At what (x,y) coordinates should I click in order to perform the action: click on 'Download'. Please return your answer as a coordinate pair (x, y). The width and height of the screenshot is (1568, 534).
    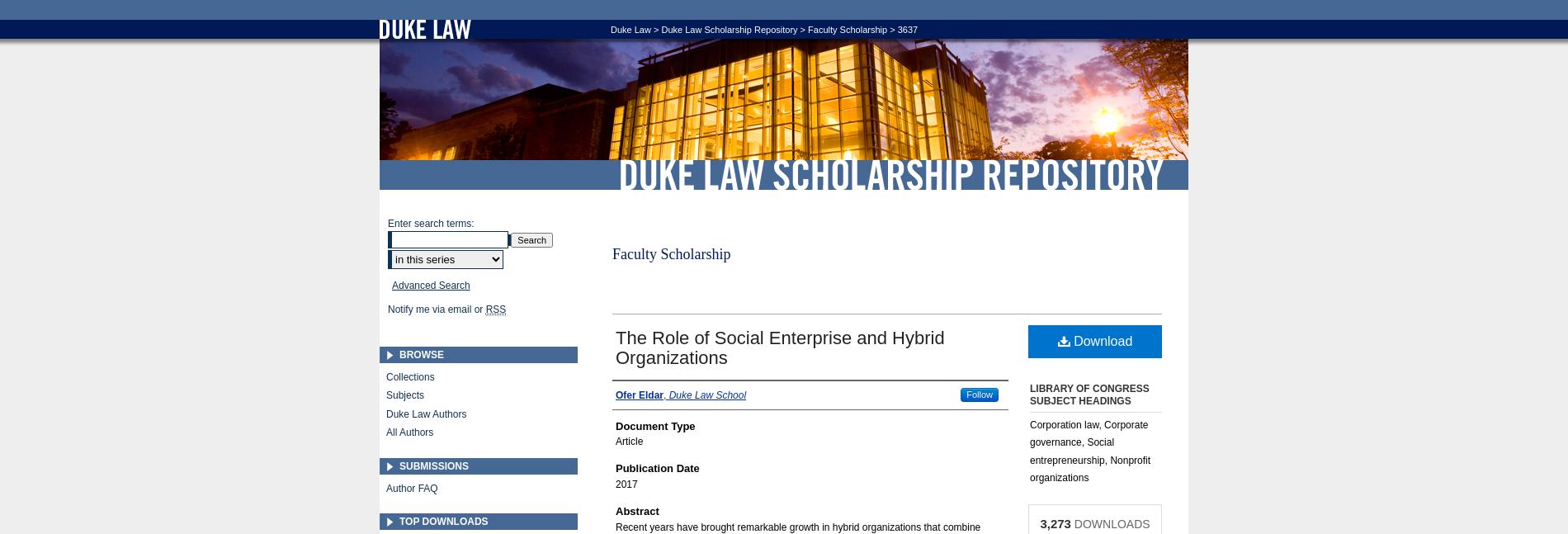
    Looking at the image, I should click on (1099, 340).